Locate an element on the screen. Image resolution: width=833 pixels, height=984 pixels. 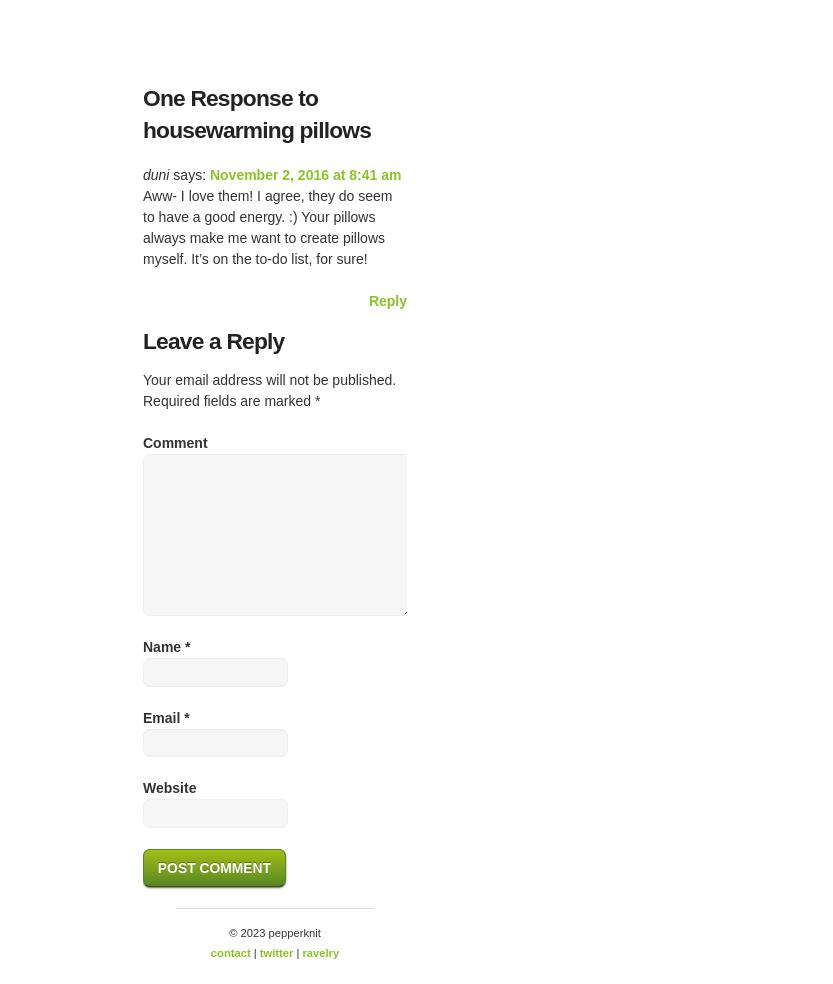
'Your email address will not be published.' is located at coordinates (269, 379).